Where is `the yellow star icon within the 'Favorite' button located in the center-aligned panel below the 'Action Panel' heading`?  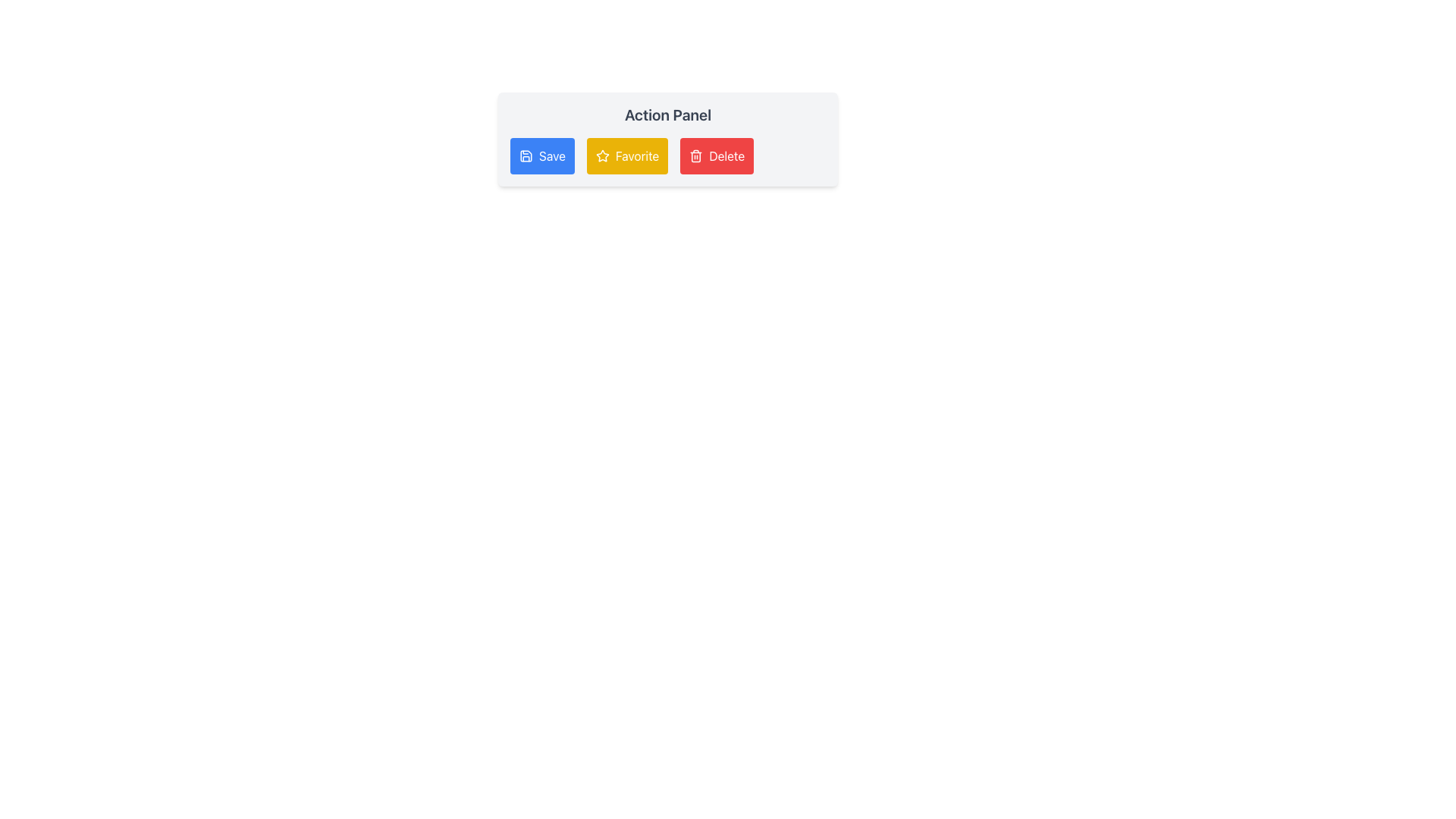 the yellow star icon within the 'Favorite' button located in the center-aligned panel below the 'Action Panel' heading is located at coordinates (601, 155).